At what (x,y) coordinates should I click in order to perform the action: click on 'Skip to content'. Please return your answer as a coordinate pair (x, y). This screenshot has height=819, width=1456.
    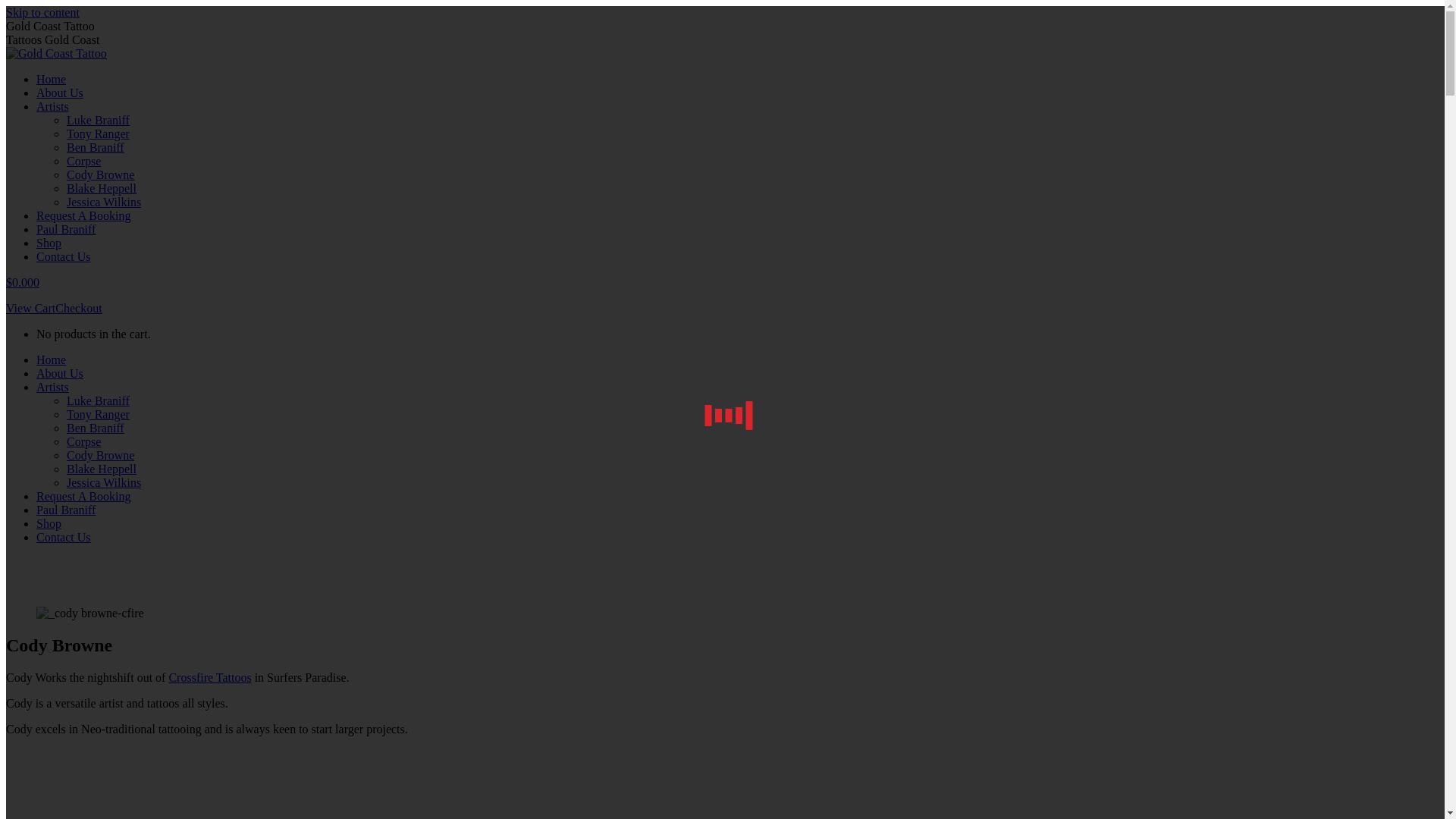
    Looking at the image, I should click on (6, 12).